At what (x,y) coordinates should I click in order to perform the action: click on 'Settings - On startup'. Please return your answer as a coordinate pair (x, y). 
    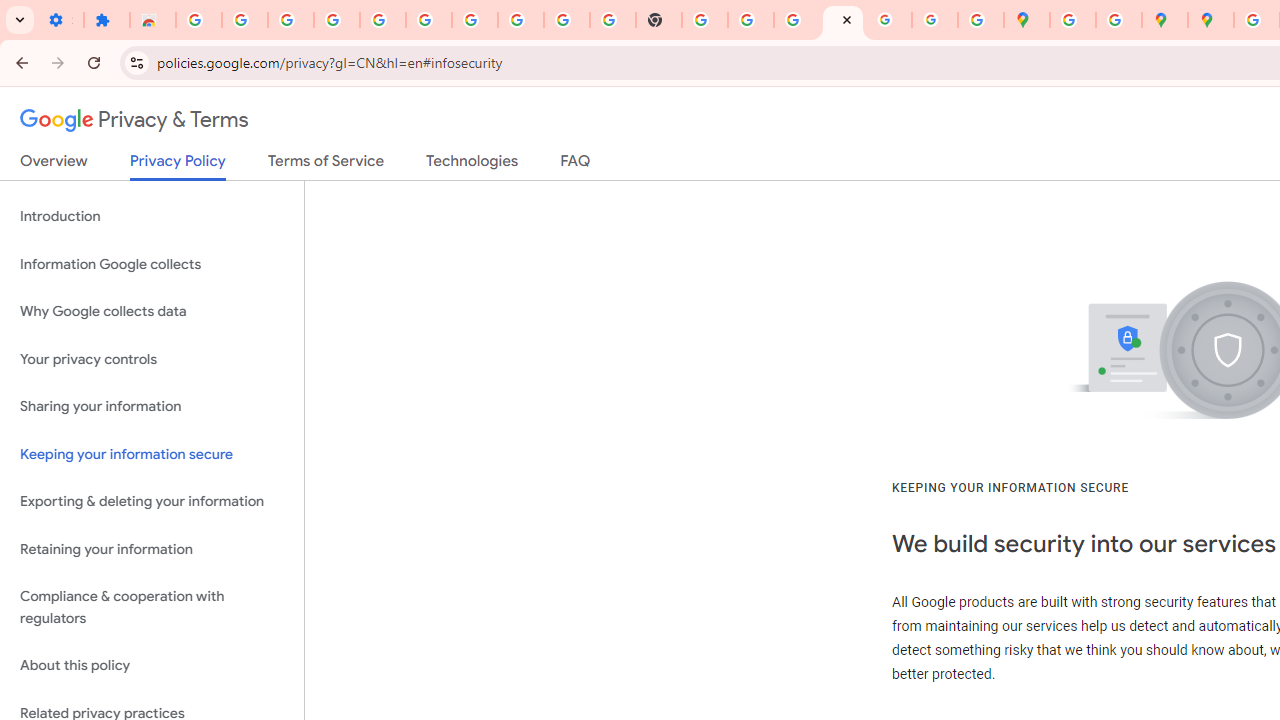
    Looking at the image, I should click on (60, 20).